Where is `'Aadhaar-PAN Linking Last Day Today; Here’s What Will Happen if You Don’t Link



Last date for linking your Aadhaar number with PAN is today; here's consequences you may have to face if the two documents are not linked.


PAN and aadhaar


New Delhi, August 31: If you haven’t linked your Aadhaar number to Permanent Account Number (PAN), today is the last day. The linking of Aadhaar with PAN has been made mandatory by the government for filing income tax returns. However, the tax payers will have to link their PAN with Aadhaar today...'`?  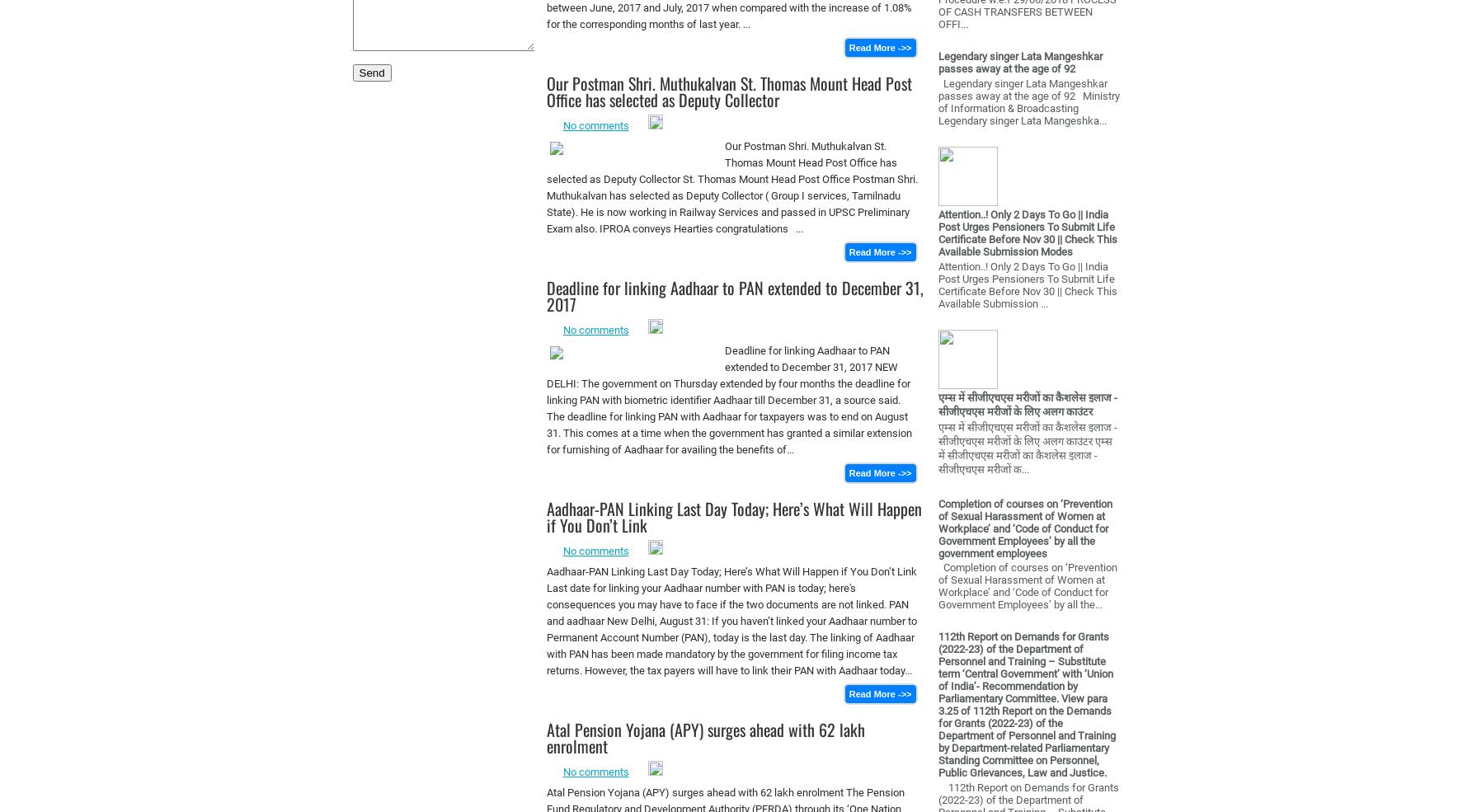
'Aadhaar-PAN Linking Last Day Today; Here’s What Will Happen if You Don’t Link



Last date for linking your Aadhaar number with PAN is today; here's consequences you may have to face if the two documents are not linked.


PAN and aadhaar


New Delhi, August 31: If you haven’t linked your Aadhaar number to Permanent Account Number (PAN), today is the last day. The linking of Aadhaar with PAN has been made mandatory by the government for filing income tax returns. However, the tax payers will have to link their PAN with Aadhaar today...' is located at coordinates (731, 621).